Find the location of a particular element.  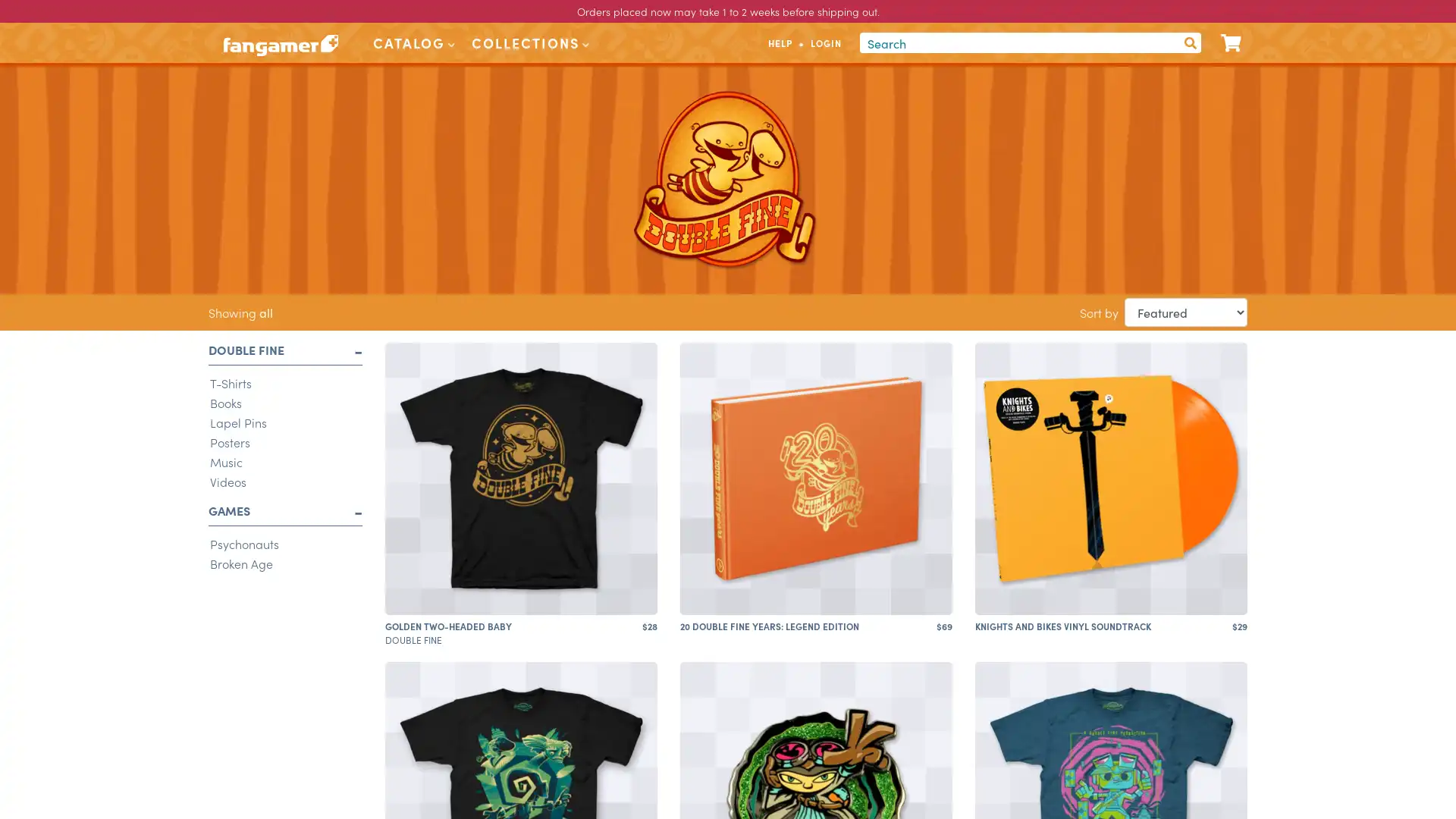

Submit Search is located at coordinates (1189, 42).